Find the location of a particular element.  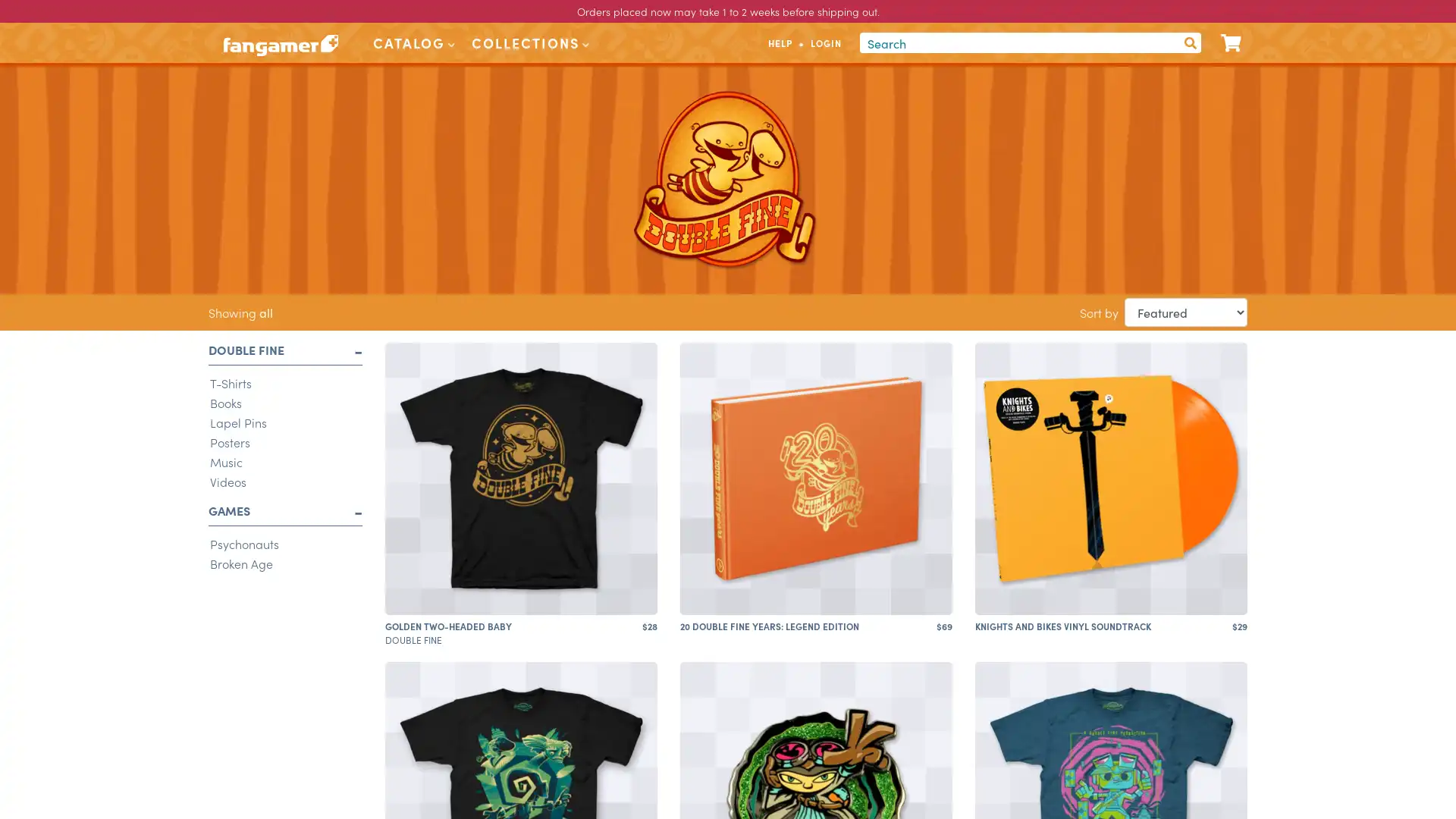

Submit Search is located at coordinates (1189, 42).